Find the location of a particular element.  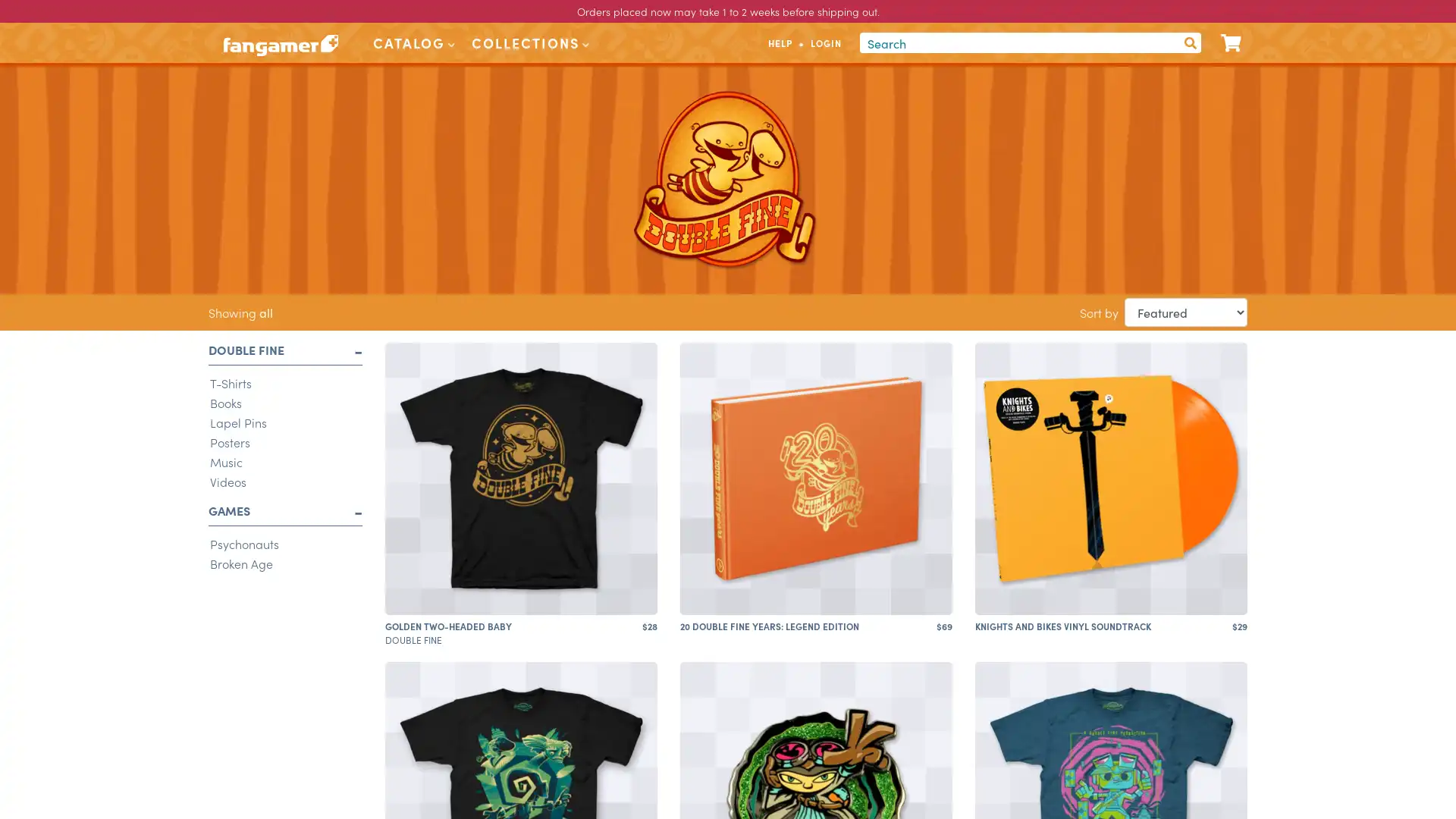

Submit Search is located at coordinates (1189, 42).